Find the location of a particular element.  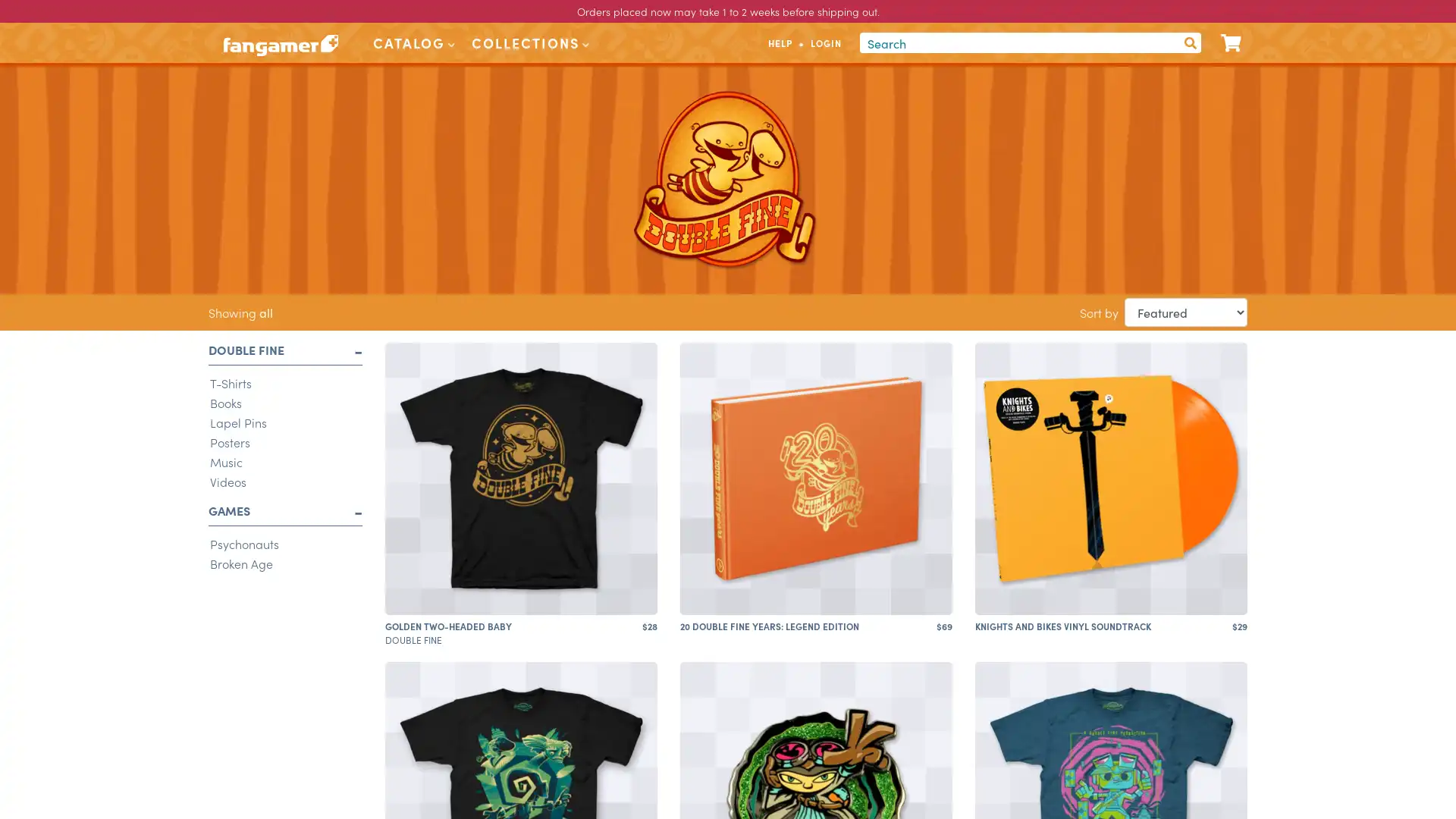

Submit Search is located at coordinates (1189, 42).